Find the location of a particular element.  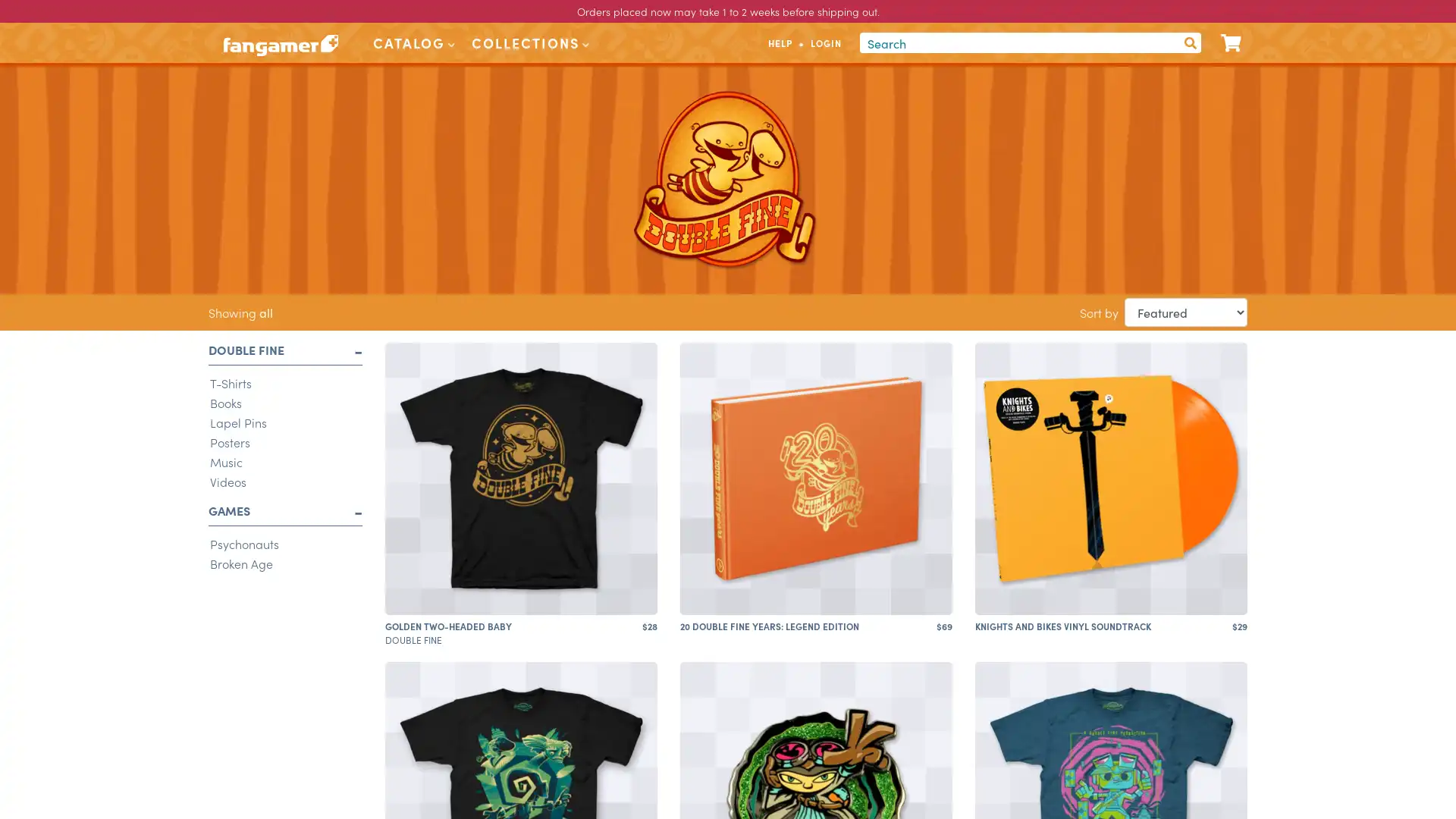

Submit Search is located at coordinates (1189, 42).